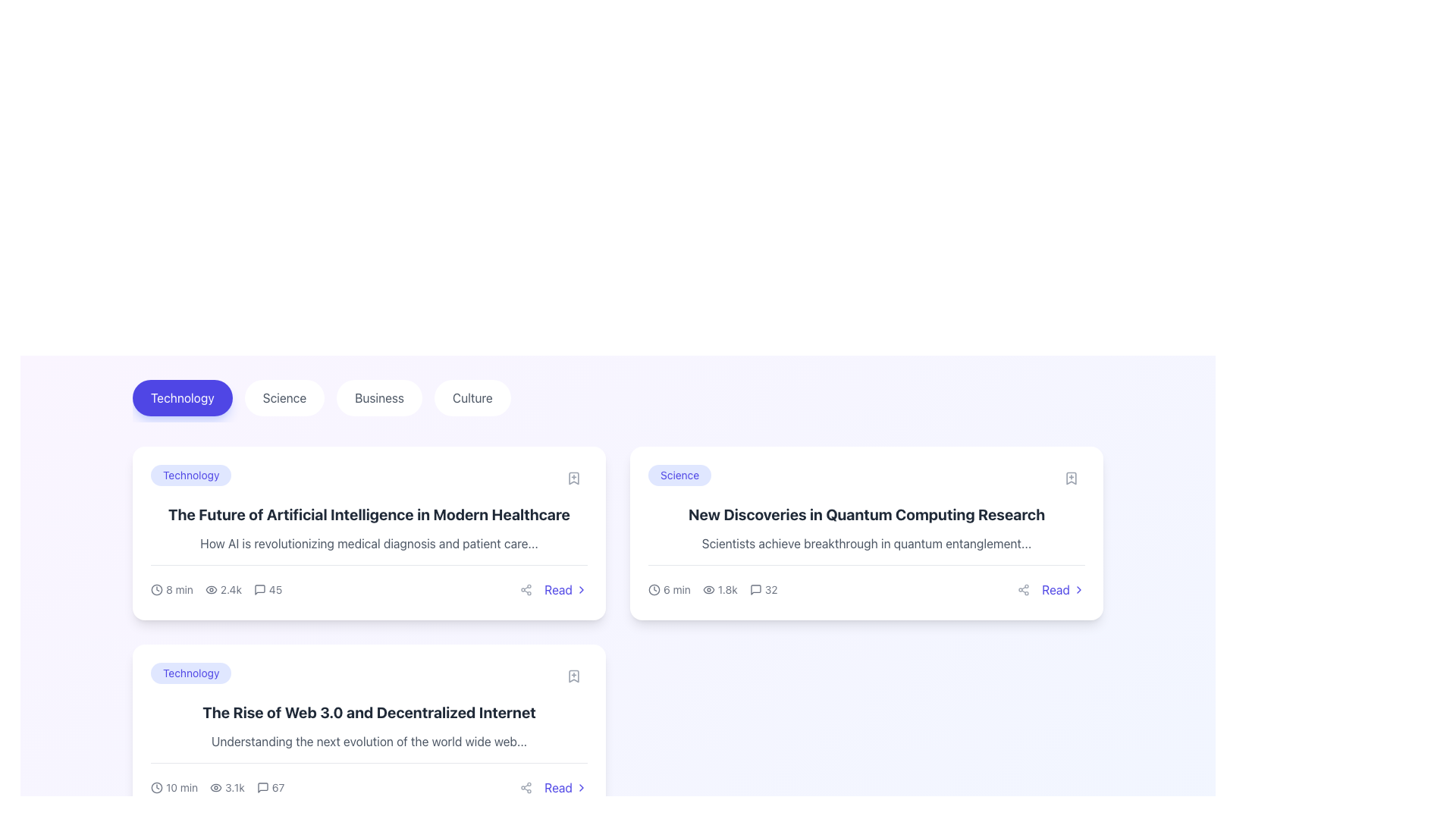  Describe the element at coordinates (526, 786) in the screenshot. I see `the sharing icon located in the lower-right corner of the card titled 'The Rise of Web 3.0 and Decentralized Internet'` at that location.